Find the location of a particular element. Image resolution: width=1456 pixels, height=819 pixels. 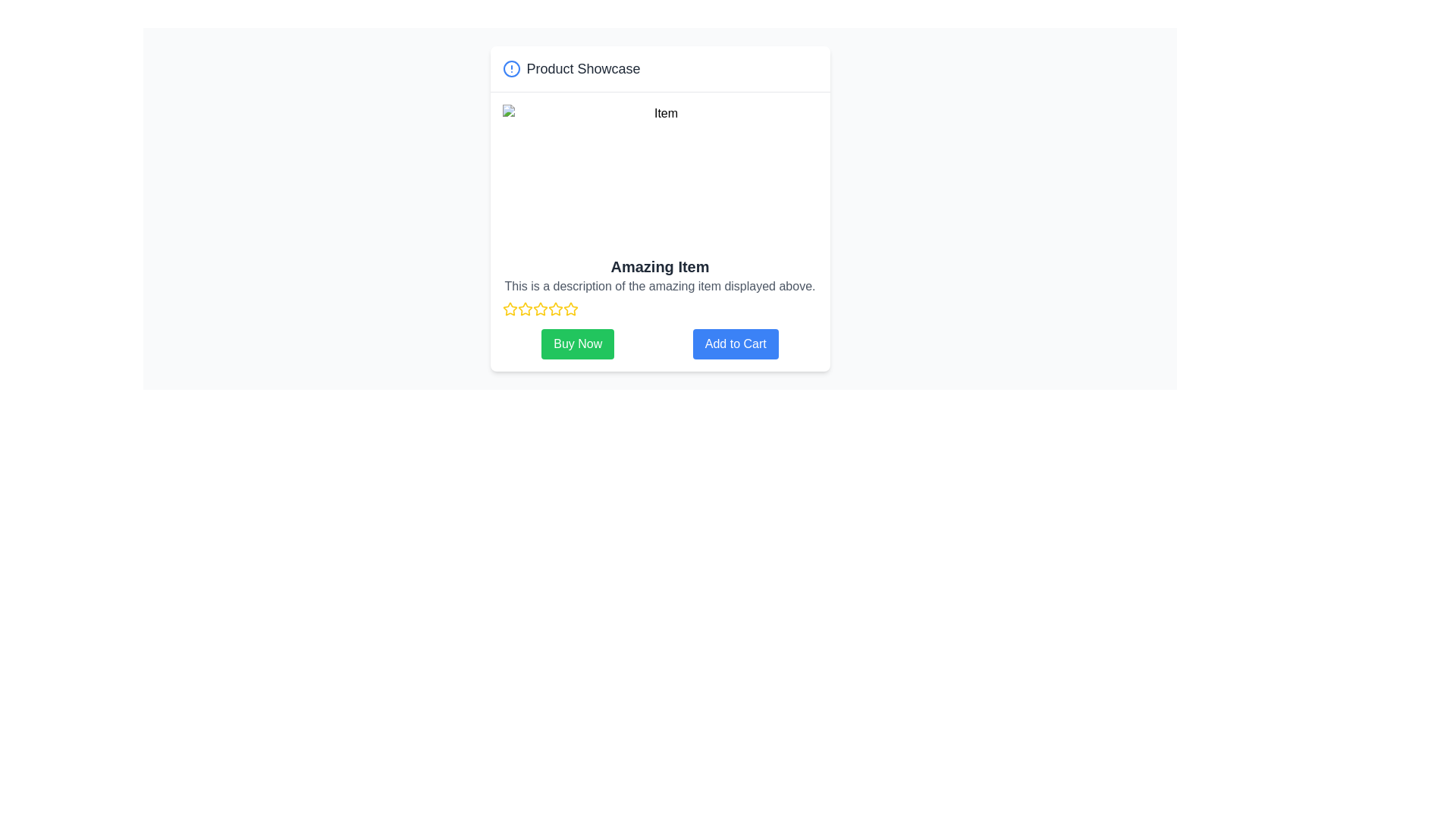

the circular SVG element with a blue border is located at coordinates (511, 69).